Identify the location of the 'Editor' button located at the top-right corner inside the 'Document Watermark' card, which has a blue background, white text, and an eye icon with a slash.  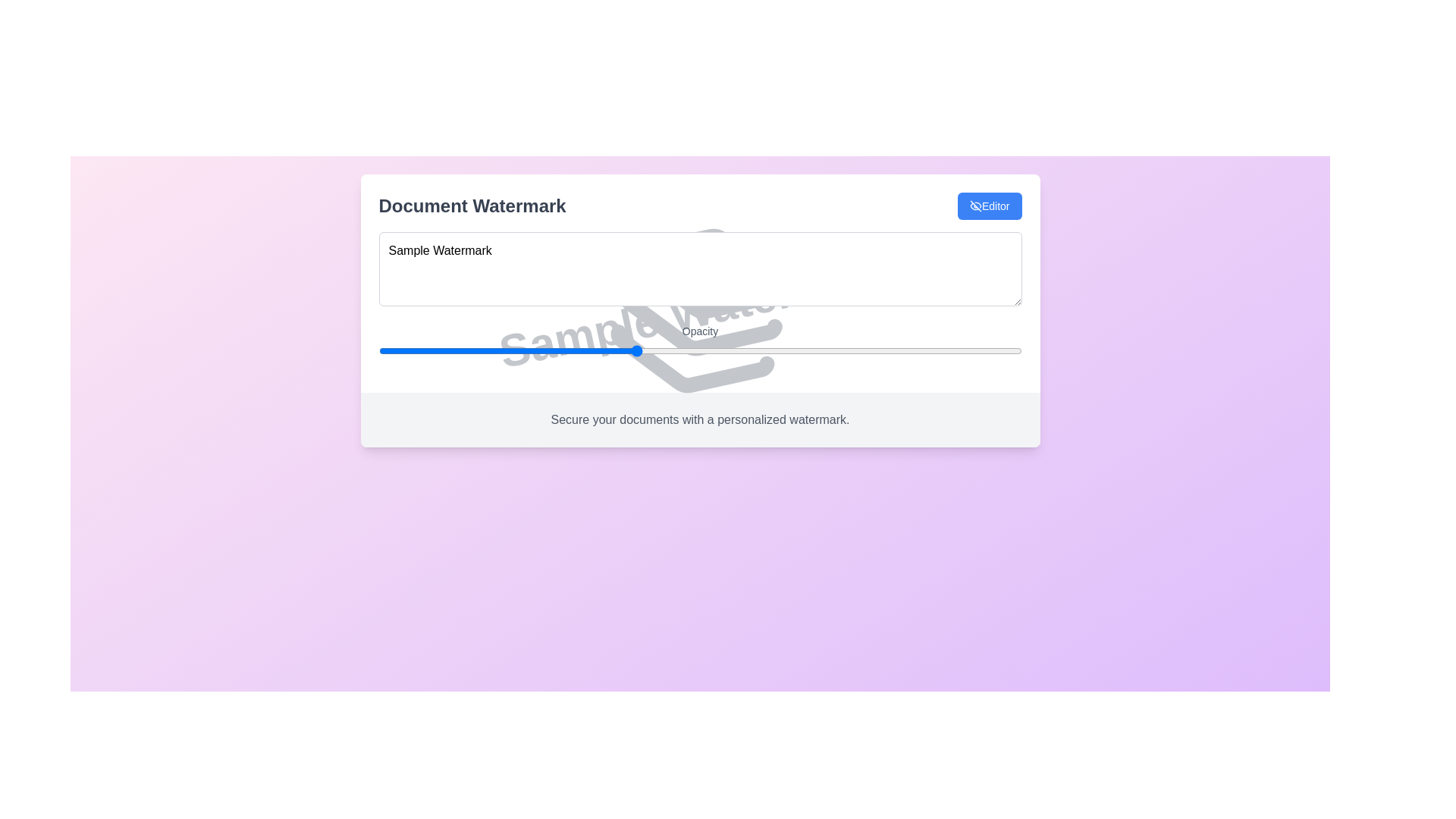
(990, 206).